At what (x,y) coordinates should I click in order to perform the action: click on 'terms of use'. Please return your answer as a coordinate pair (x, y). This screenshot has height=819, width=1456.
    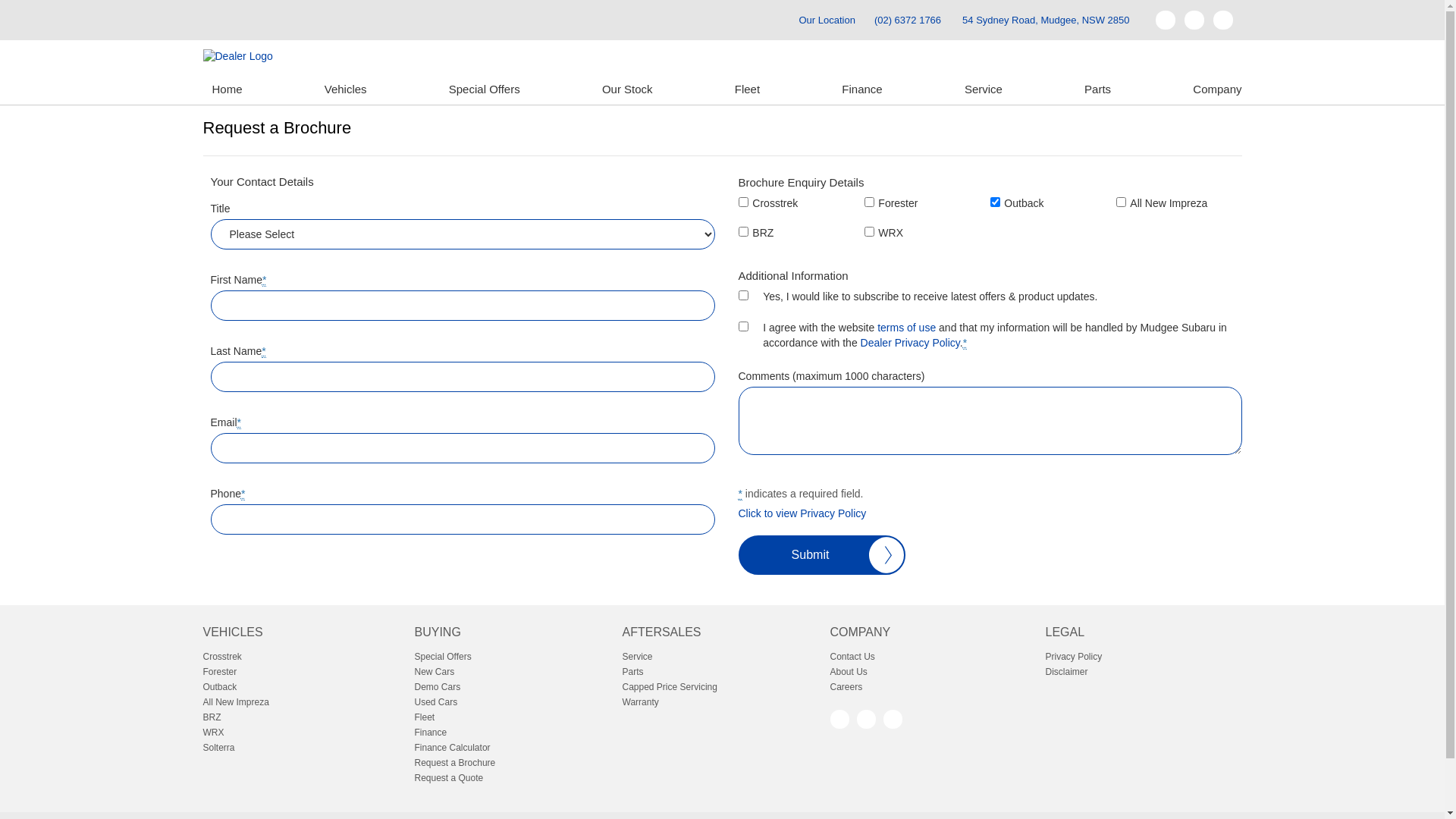
    Looking at the image, I should click on (877, 327).